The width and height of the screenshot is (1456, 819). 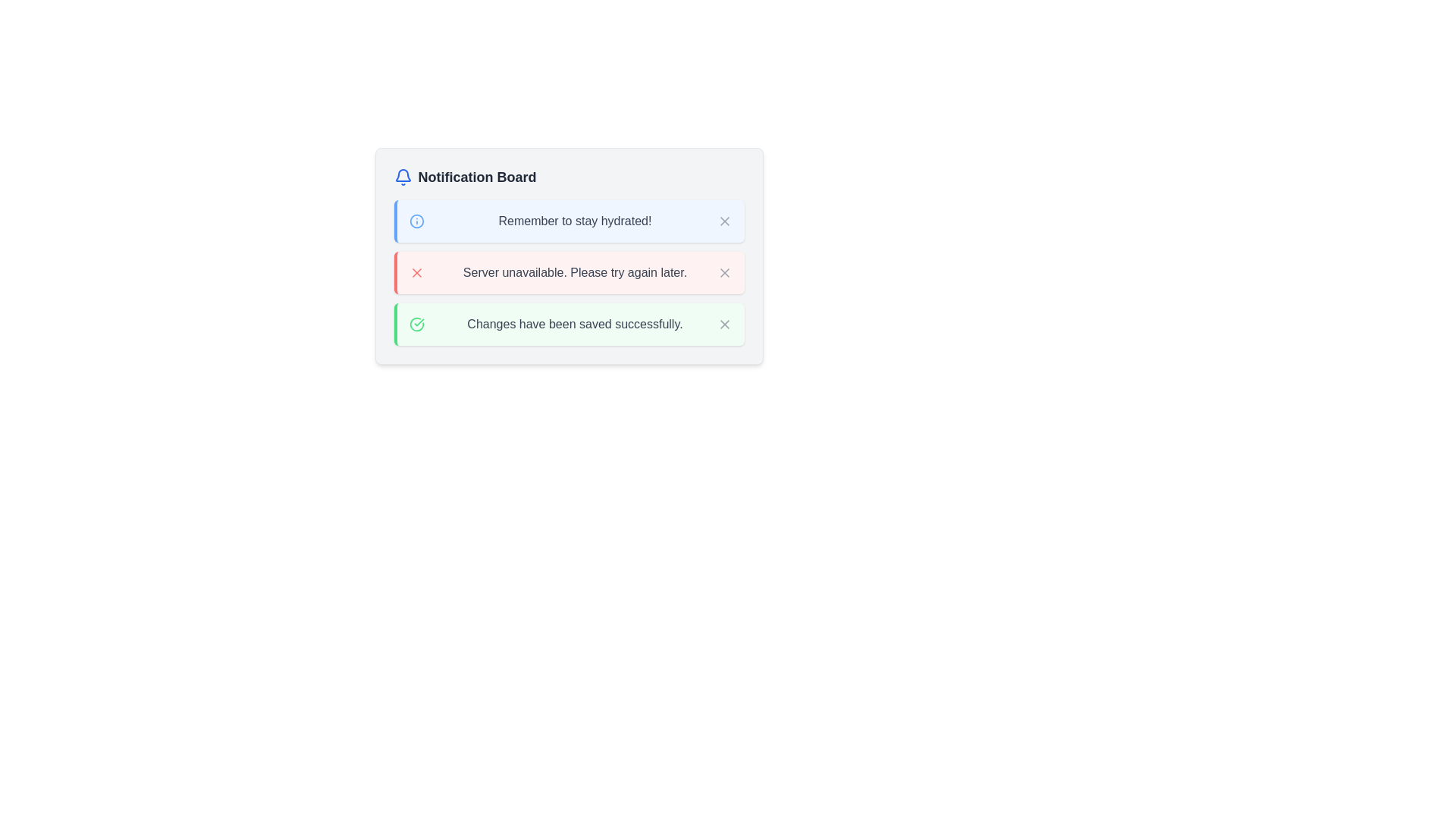 What do you see at coordinates (574, 271) in the screenshot?
I see `the text information display element that shows a notification about server unavailability, which is located between the 'Remember to stay hydrated!' and 'Changes have been saved successfully' notifications` at bounding box center [574, 271].